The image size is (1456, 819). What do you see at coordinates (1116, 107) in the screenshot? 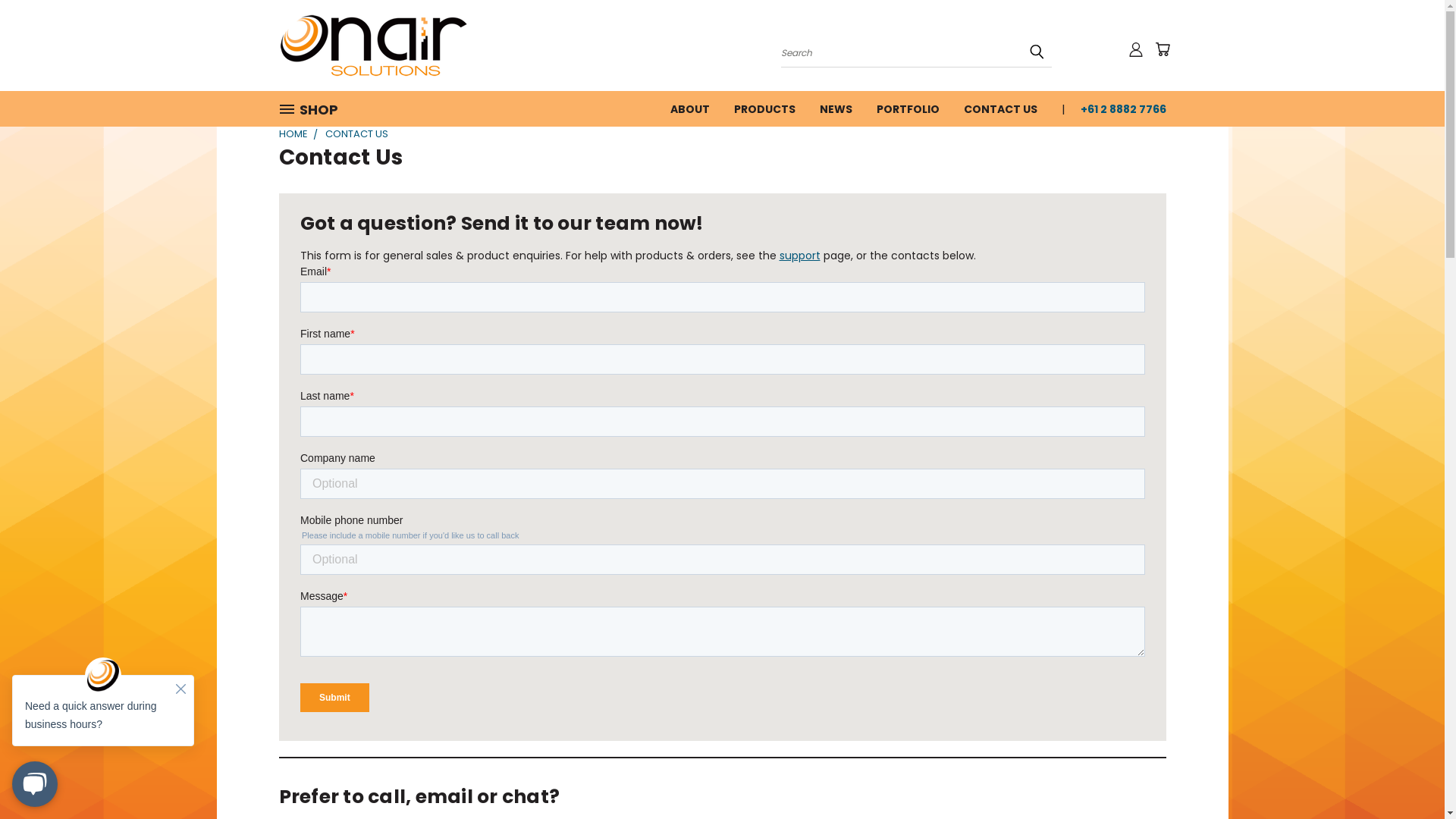
I see `'+61 2 8882 7766'` at bounding box center [1116, 107].